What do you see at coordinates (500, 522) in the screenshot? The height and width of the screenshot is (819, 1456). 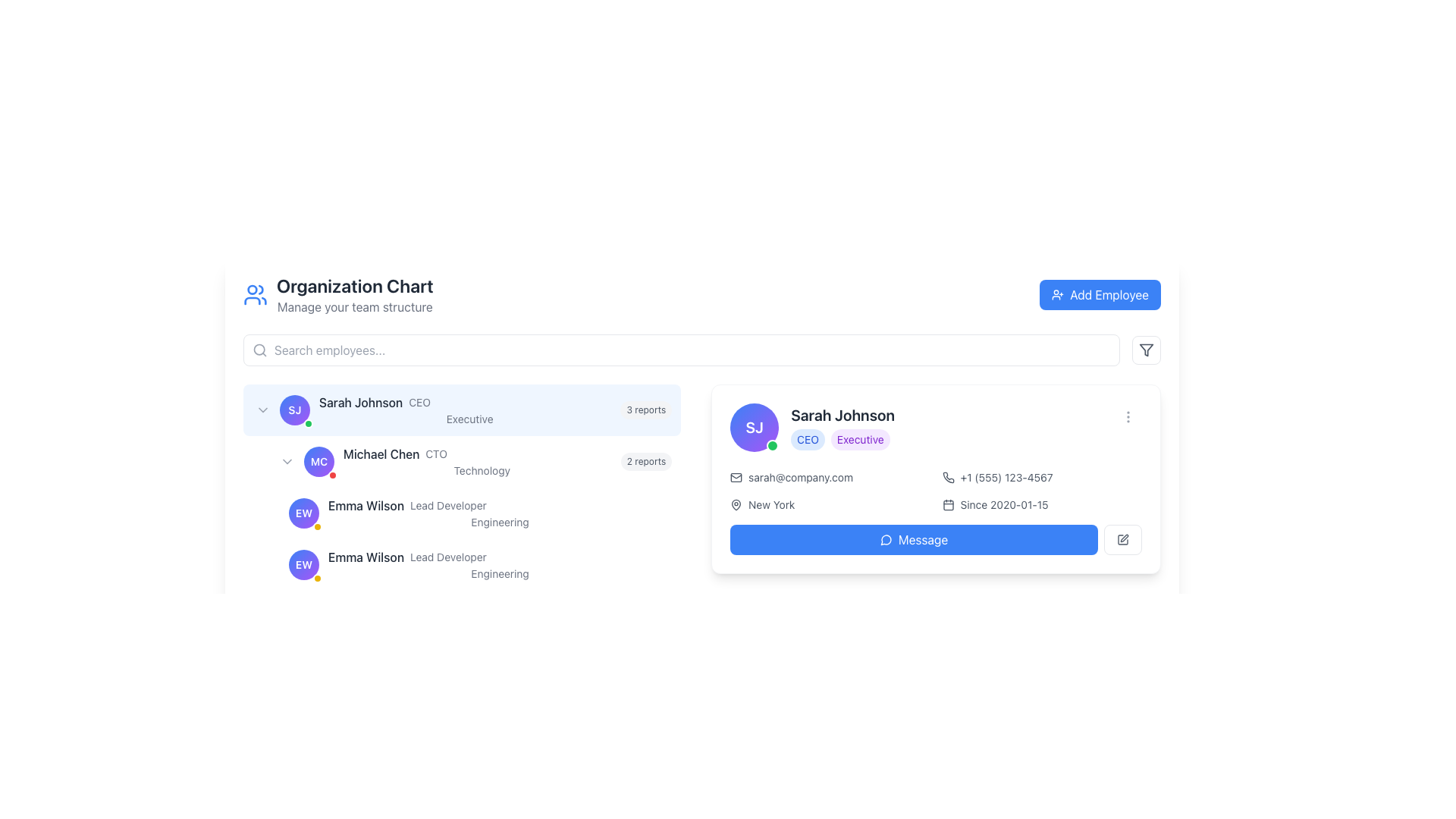 I see `the 'Engineering' text label located below the title 'Lead Developer' in the left panel of the organization chart` at bounding box center [500, 522].